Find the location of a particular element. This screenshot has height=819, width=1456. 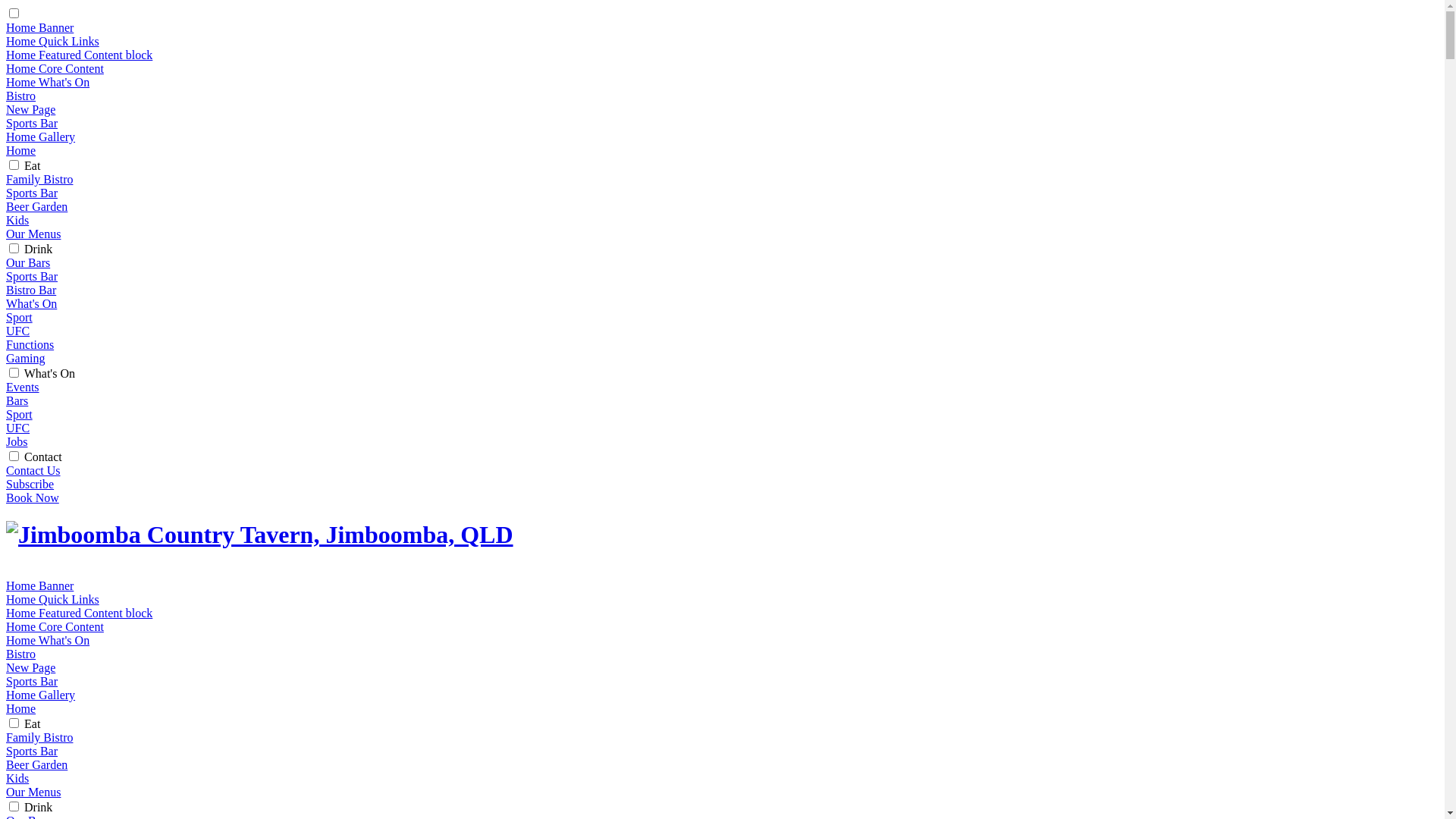

'Kids' is located at coordinates (17, 220).